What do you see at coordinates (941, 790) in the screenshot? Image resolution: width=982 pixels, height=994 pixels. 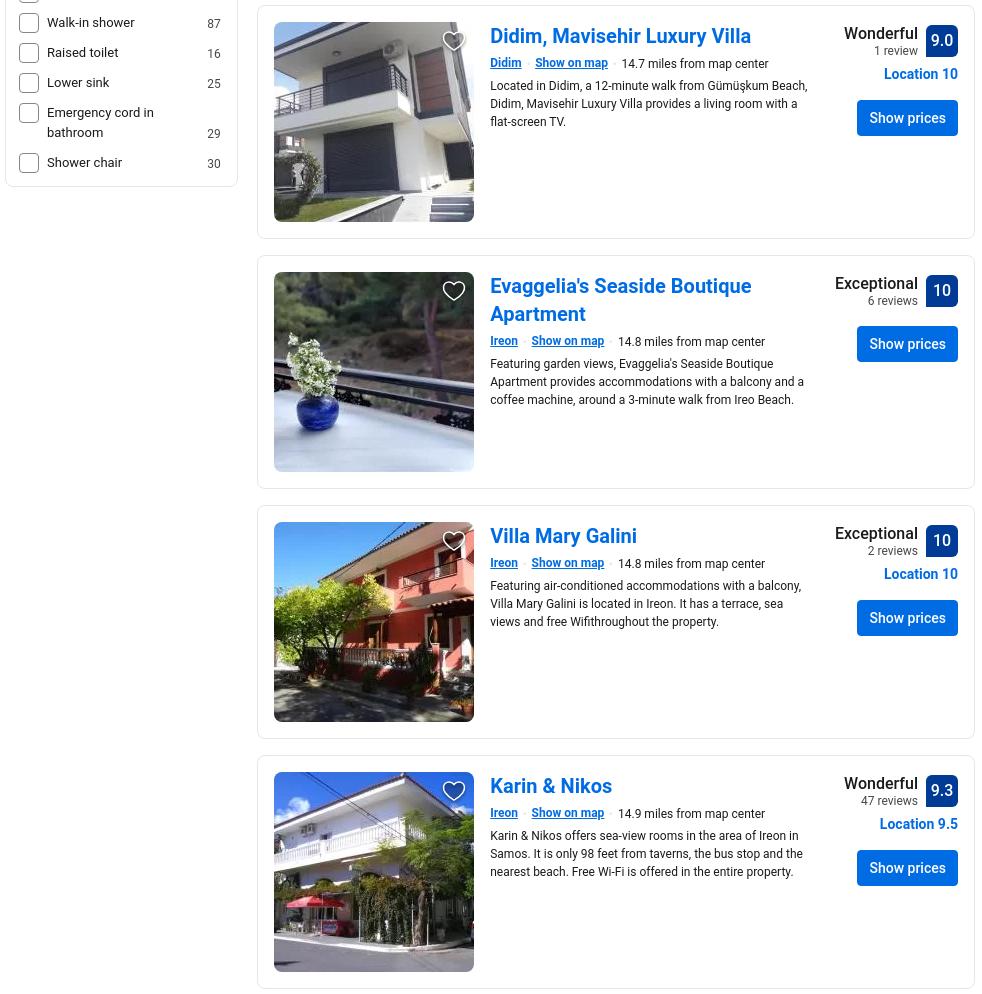 I see `'9.3'` at bounding box center [941, 790].